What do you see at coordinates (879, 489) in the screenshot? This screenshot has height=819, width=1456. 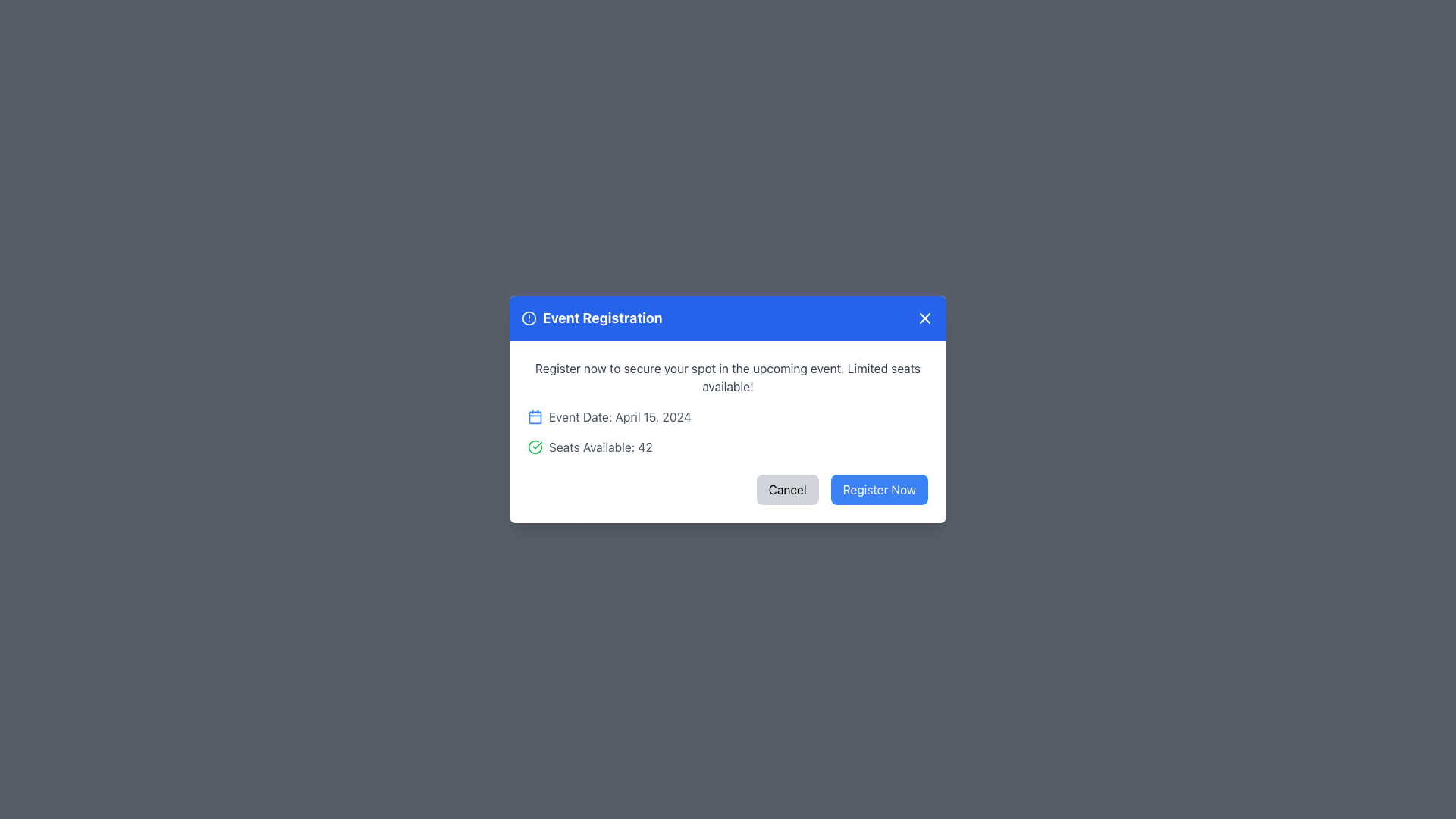 I see `the 'Register Now' button` at bounding box center [879, 489].